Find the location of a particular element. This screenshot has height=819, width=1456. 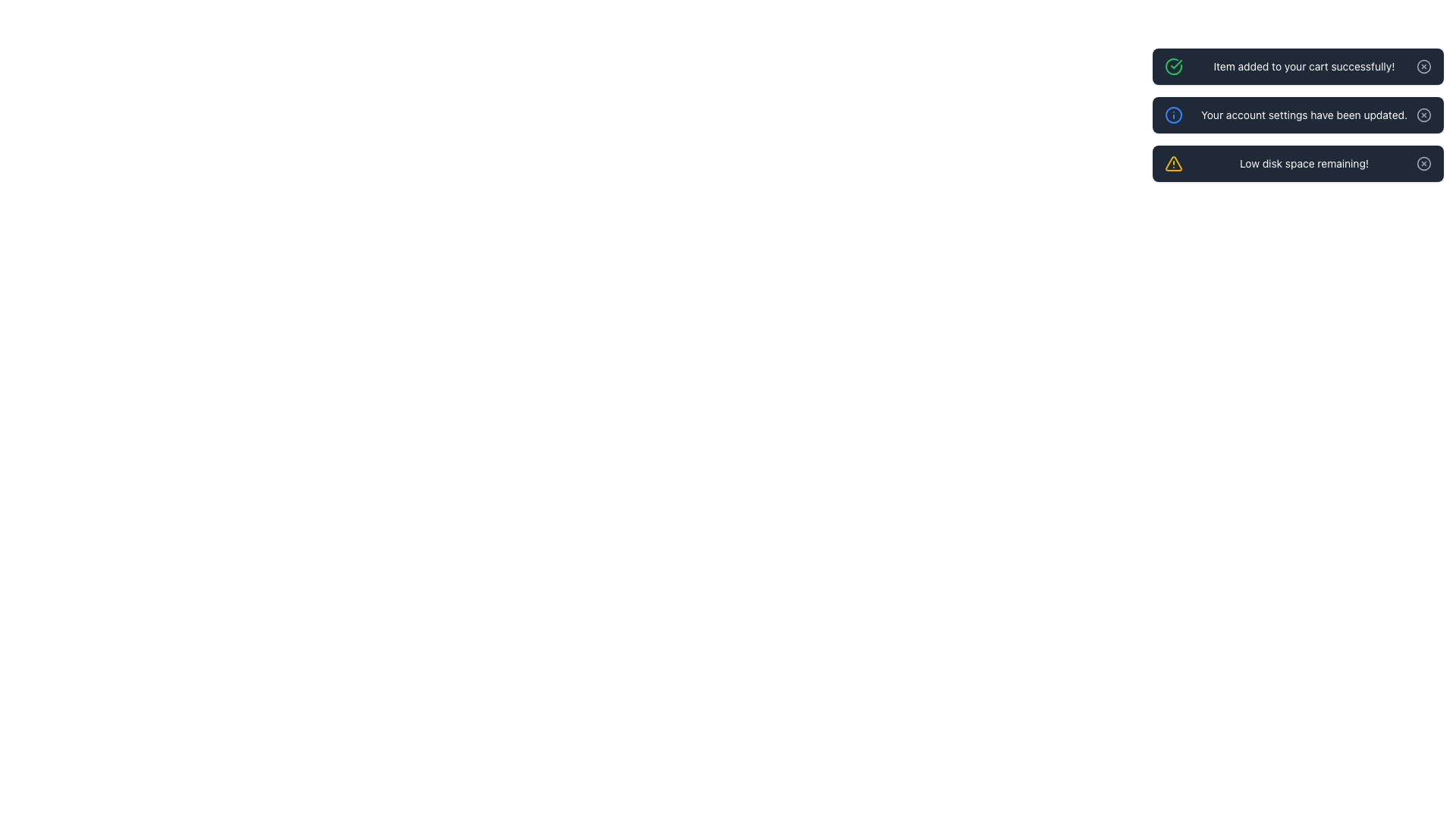

the third notification in the top-right corner with the message 'Low disk space remaining!' for additional information is located at coordinates (1298, 164).